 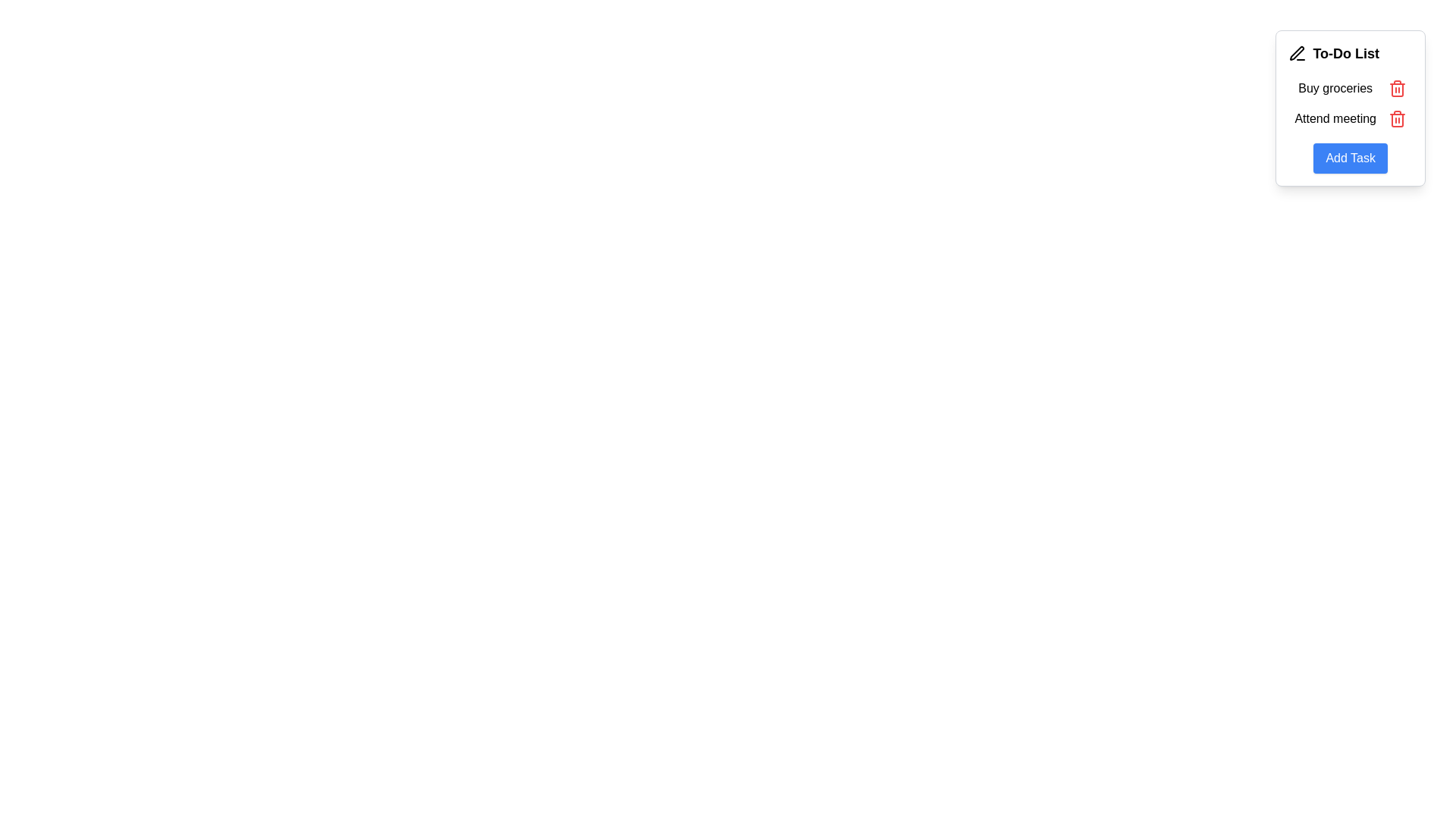 I want to click on on the text label reading 'Buy groceries' located in the first task row of the 'To-Do List' section, so click(x=1335, y=88).